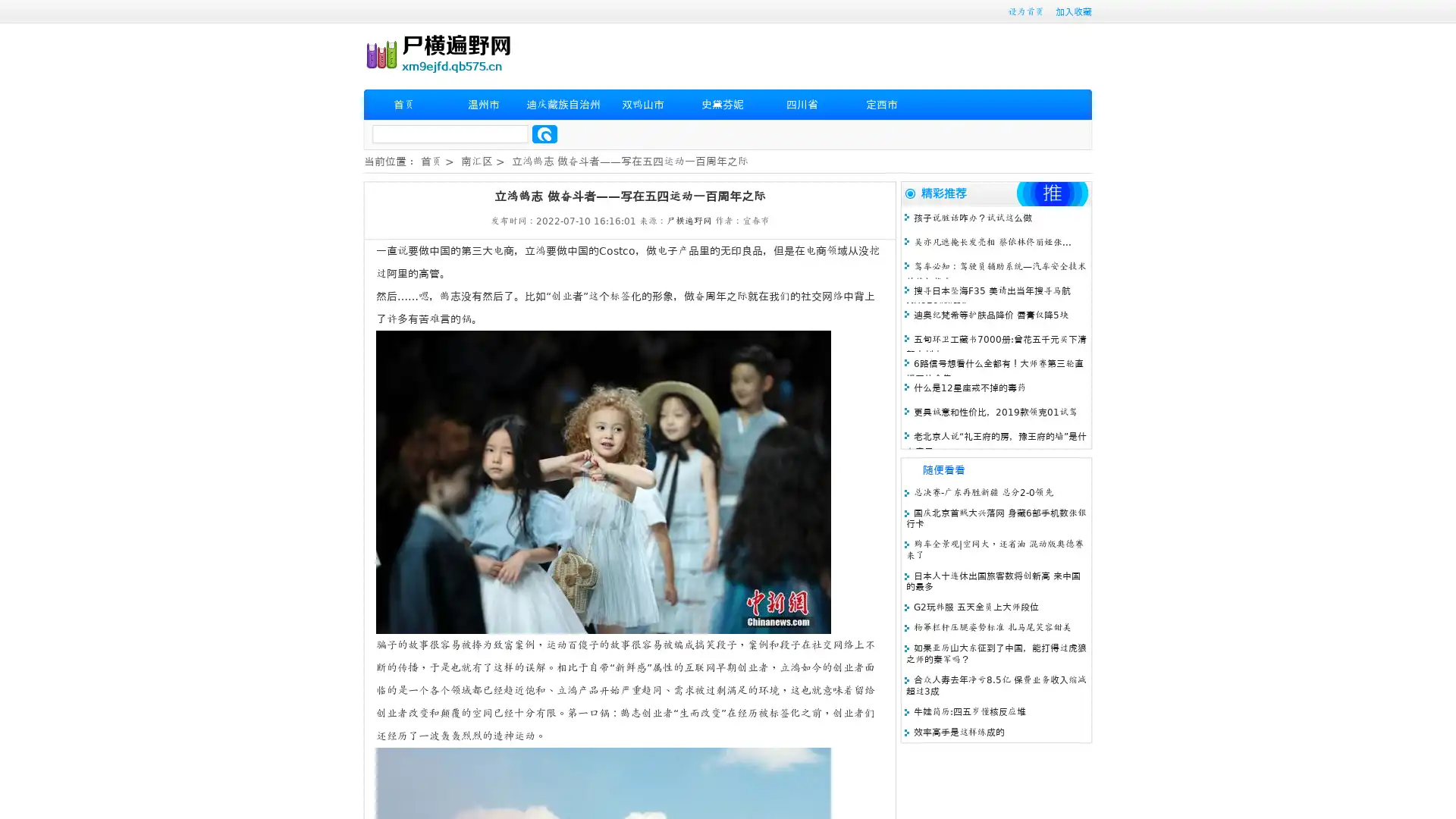  I want to click on Search, so click(544, 133).